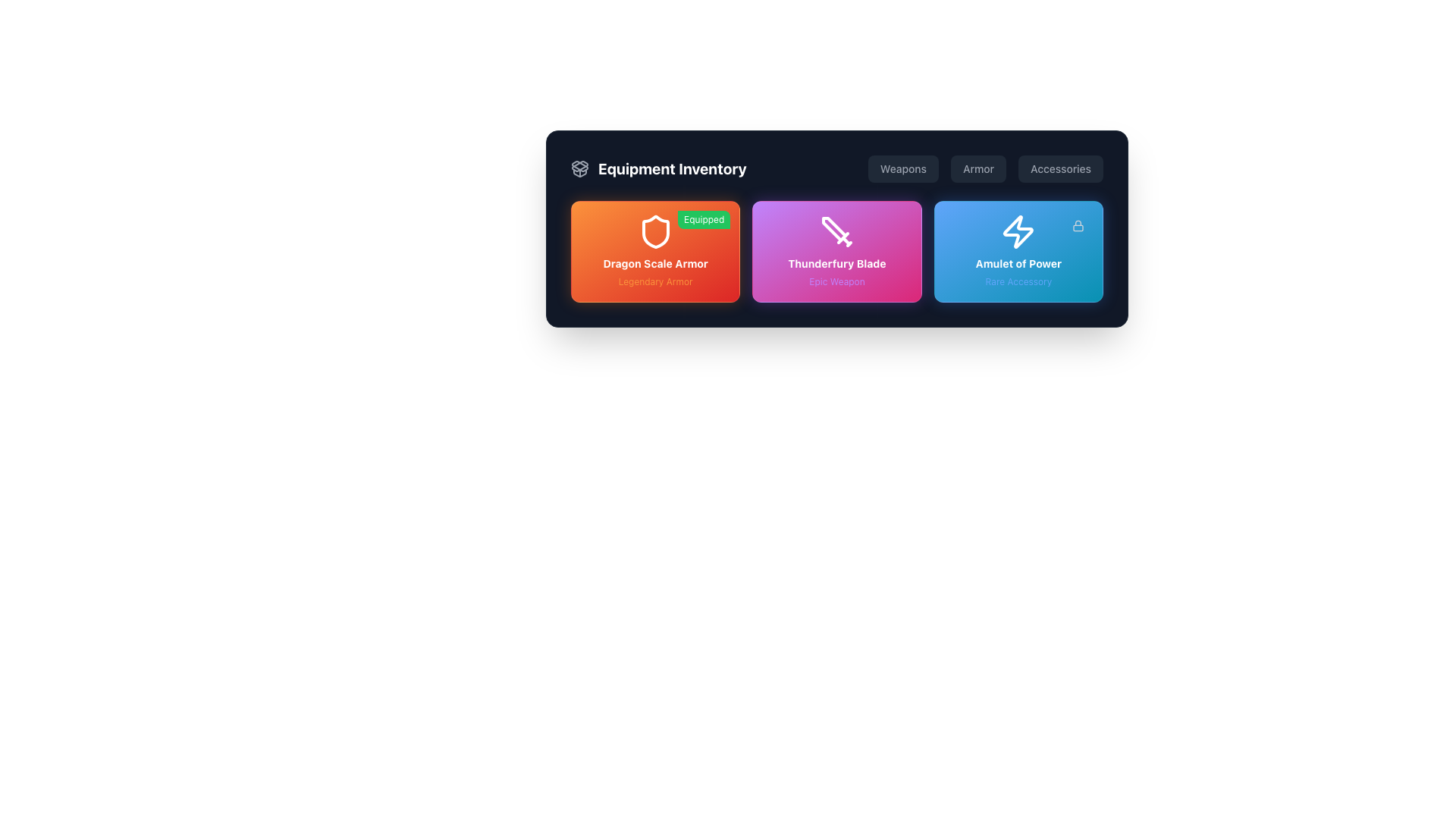 This screenshot has width=1456, height=819. I want to click on the 'Thunderfury Blade' text label located in the central purple card of the 'Equipment Inventory' section, so click(836, 262).